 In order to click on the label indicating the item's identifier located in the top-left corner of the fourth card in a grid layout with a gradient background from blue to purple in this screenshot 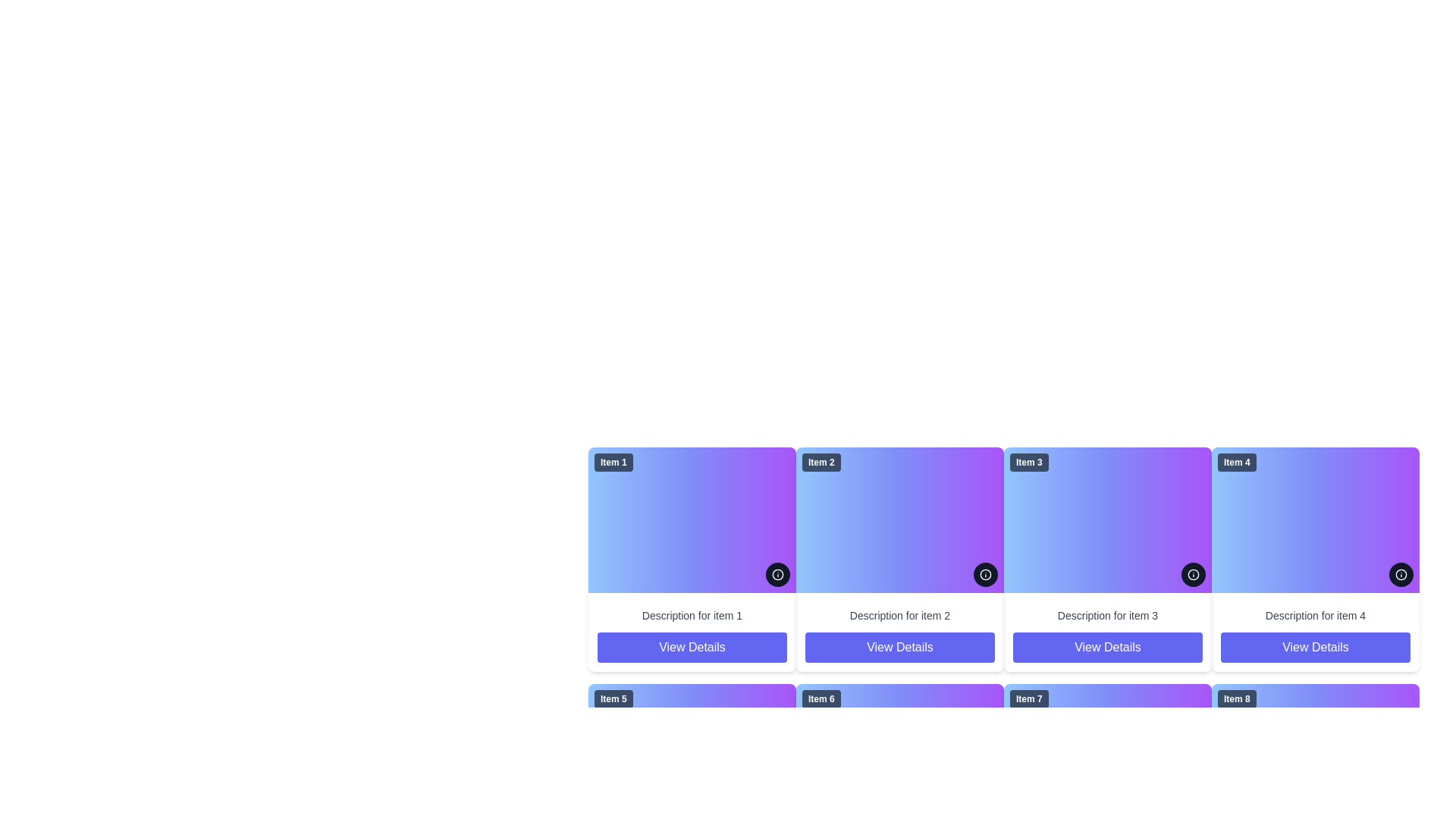, I will do `click(1237, 461)`.